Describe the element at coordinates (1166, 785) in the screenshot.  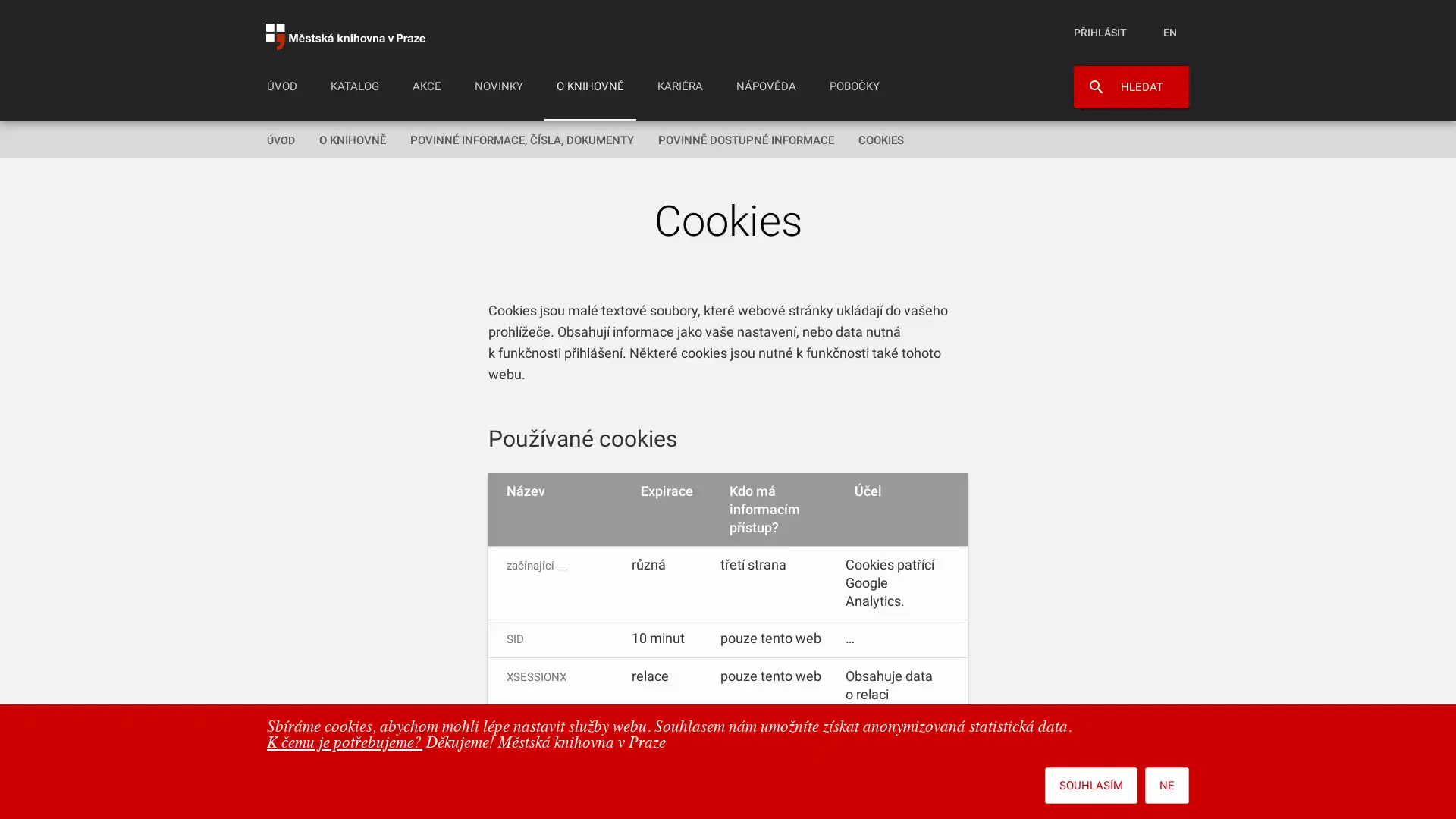
I see `NE` at that location.